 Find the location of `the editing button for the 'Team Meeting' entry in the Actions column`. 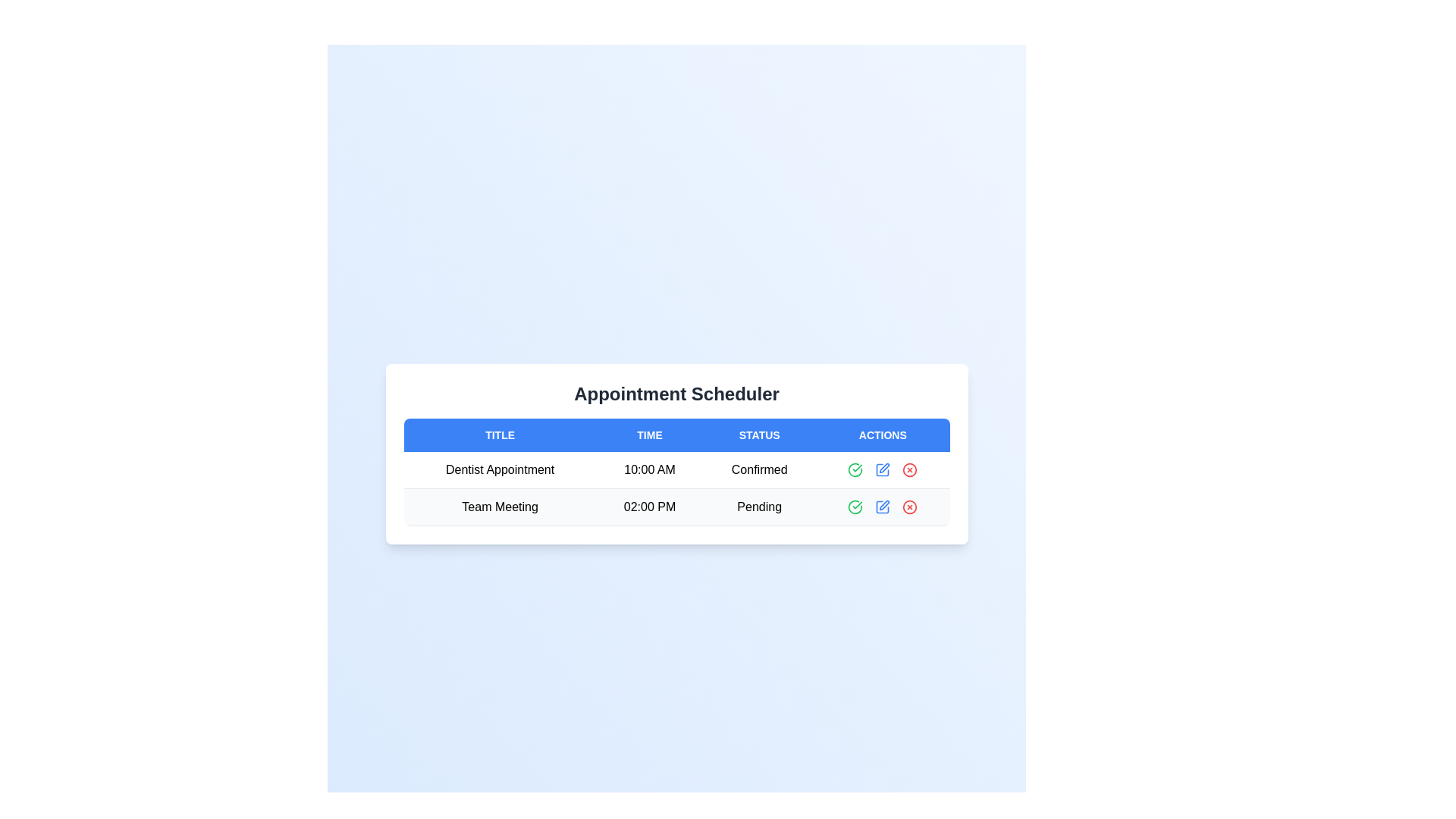

the editing button for the 'Team Meeting' entry in the Actions column is located at coordinates (883, 507).